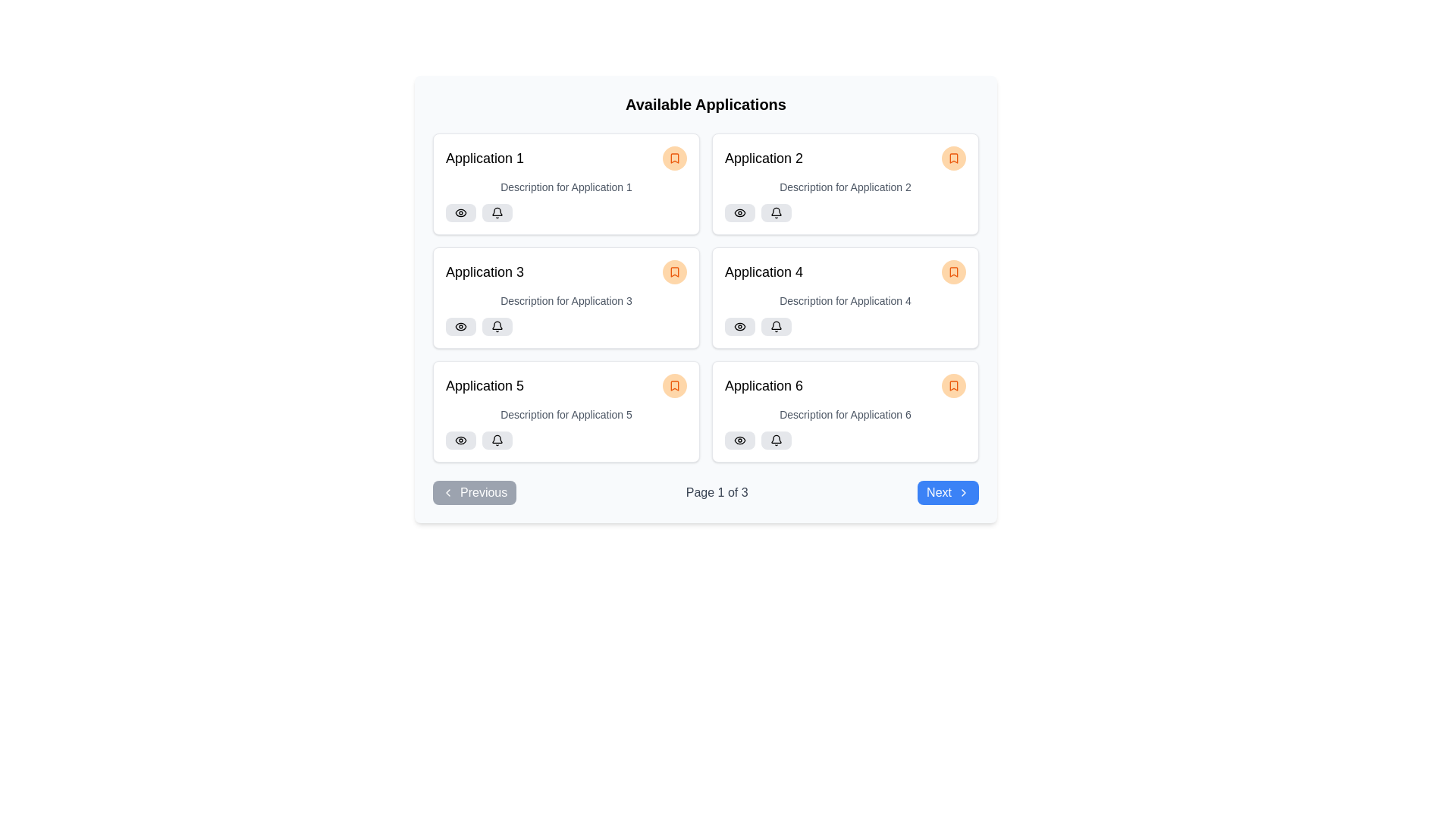 The width and height of the screenshot is (1456, 819). I want to click on the bell-shaped notification icon located below the description text of 'Application 4', positioned in the second row and second column of the application grid layout, so click(776, 325).